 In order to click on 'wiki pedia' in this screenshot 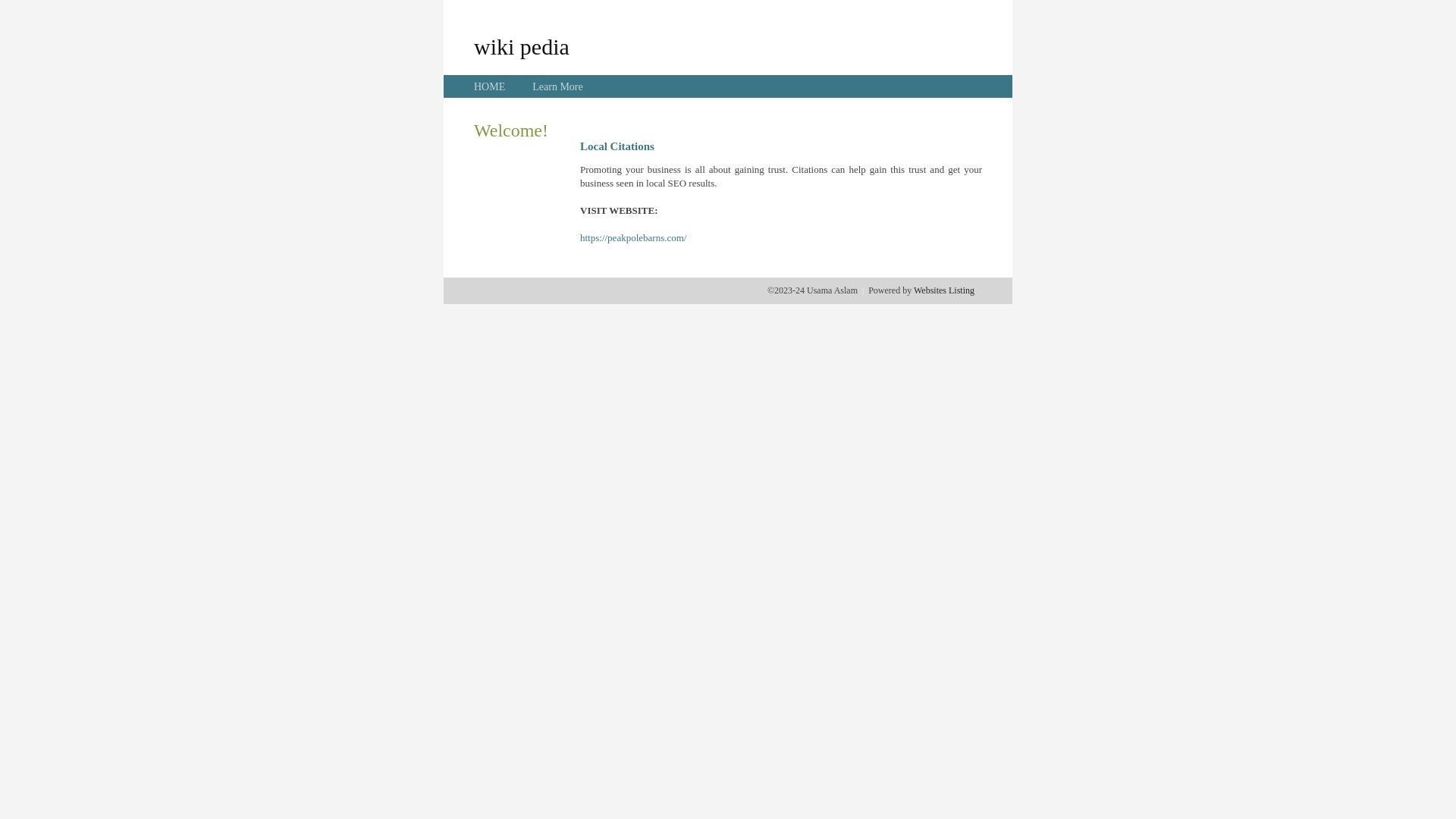, I will do `click(521, 45)`.